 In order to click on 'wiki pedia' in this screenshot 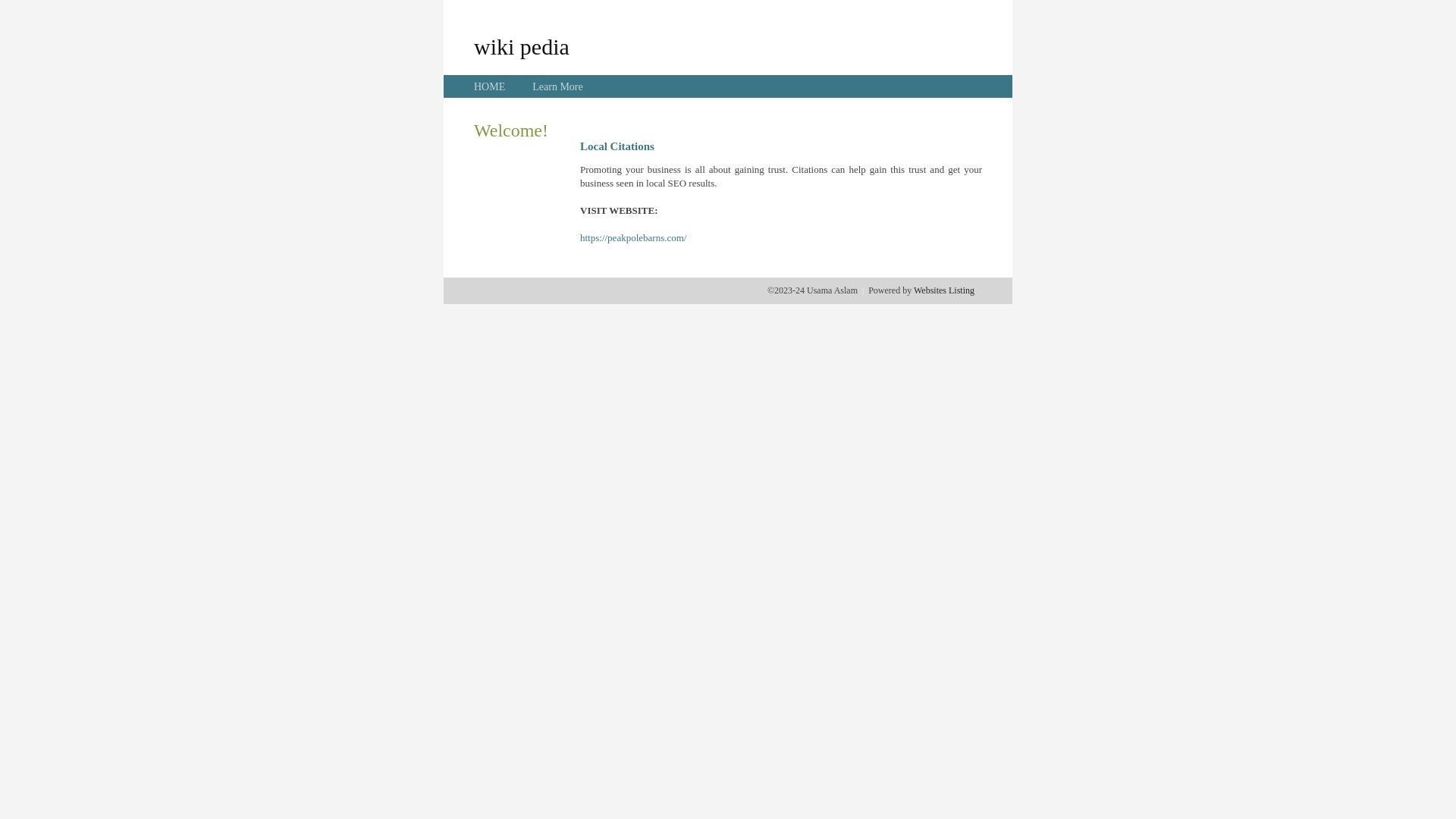, I will do `click(521, 45)`.